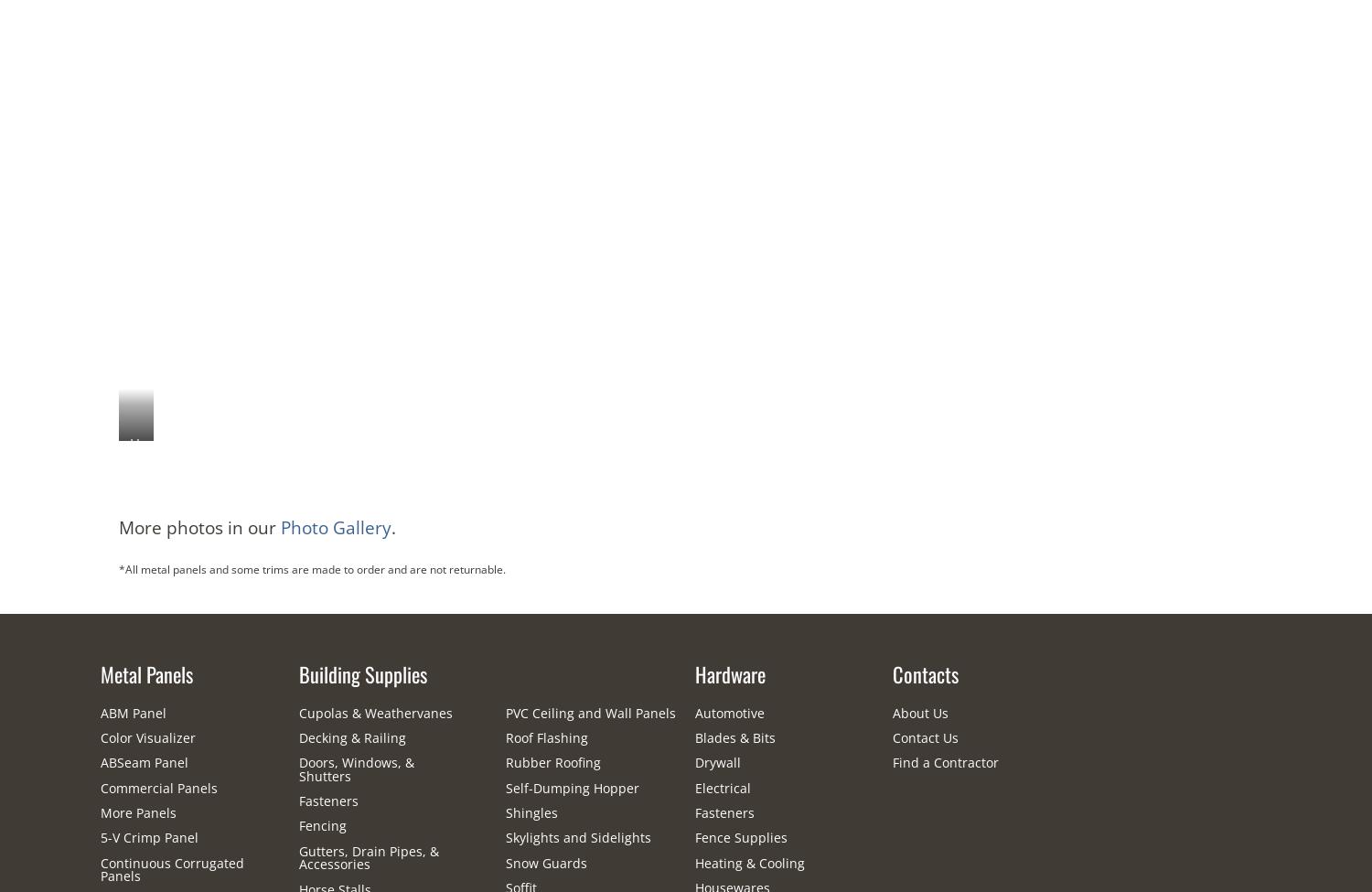 This screenshot has width=1372, height=892. What do you see at coordinates (362, 672) in the screenshot?
I see `'Building Supplies'` at bounding box center [362, 672].